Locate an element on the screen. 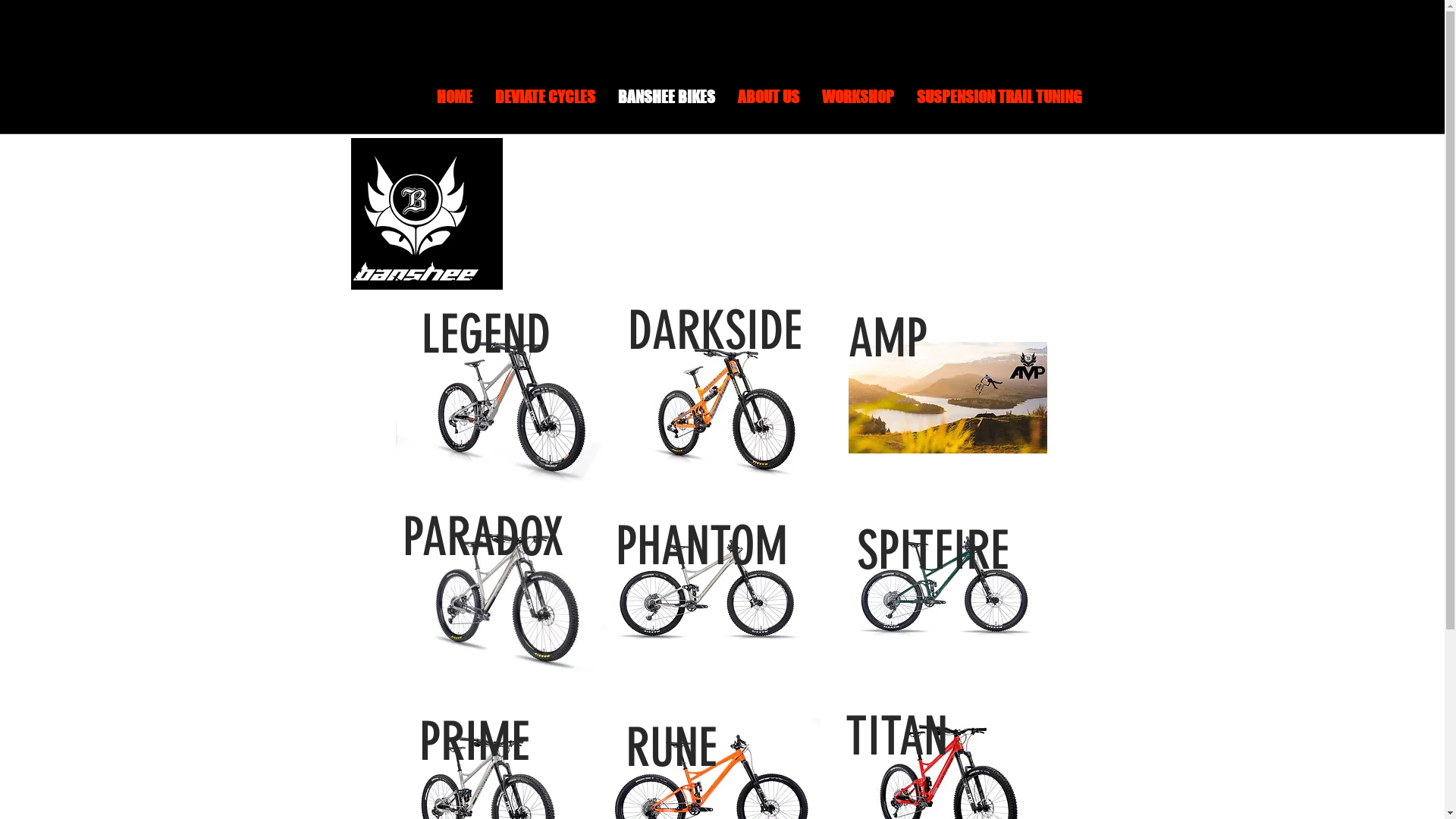 The height and width of the screenshot is (819, 1456). 'ABOUT US' is located at coordinates (768, 106).